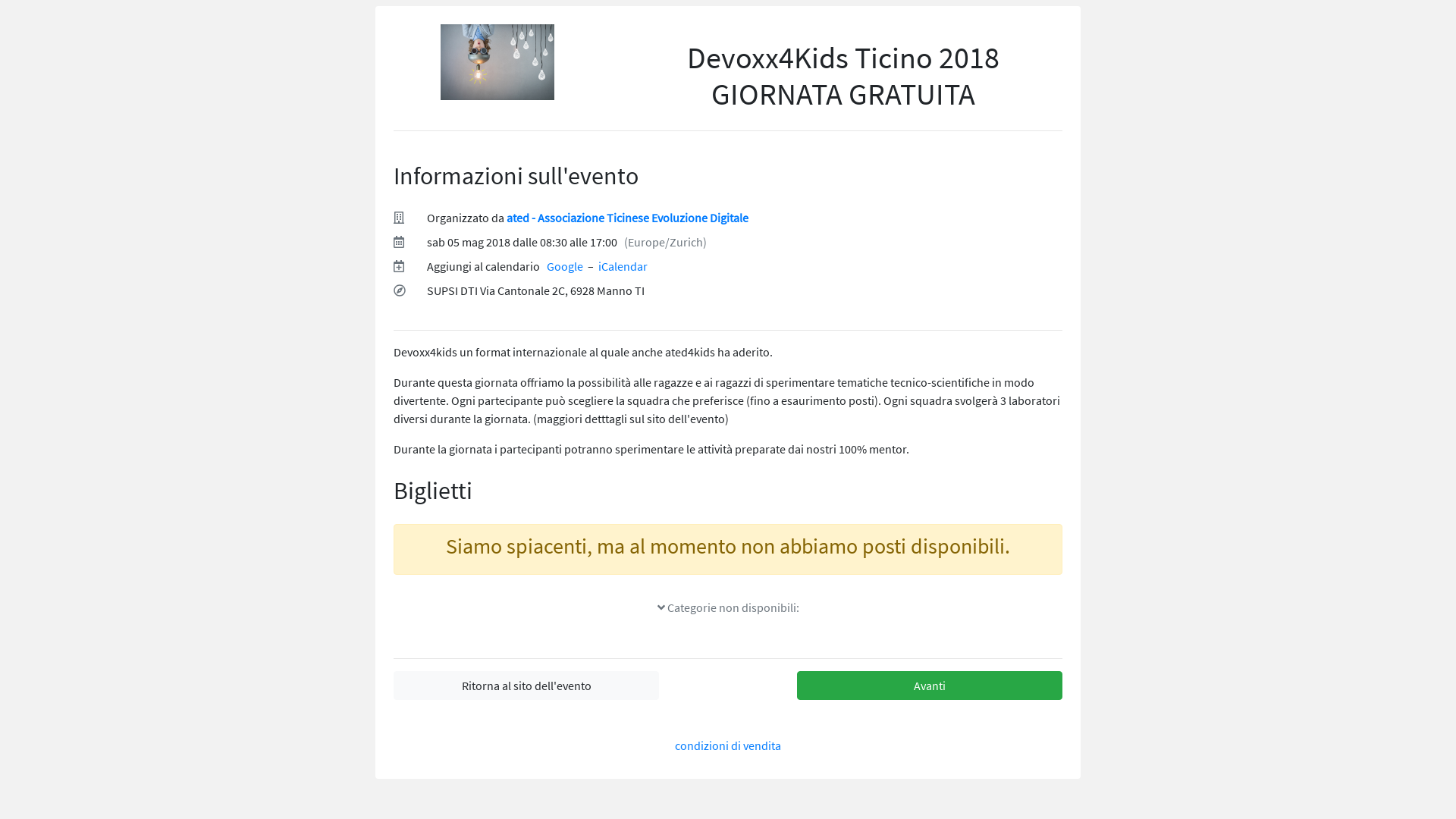 This screenshot has height=819, width=1456. What do you see at coordinates (563, 265) in the screenshot?
I see `'Google'` at bounding box center [563, 265].